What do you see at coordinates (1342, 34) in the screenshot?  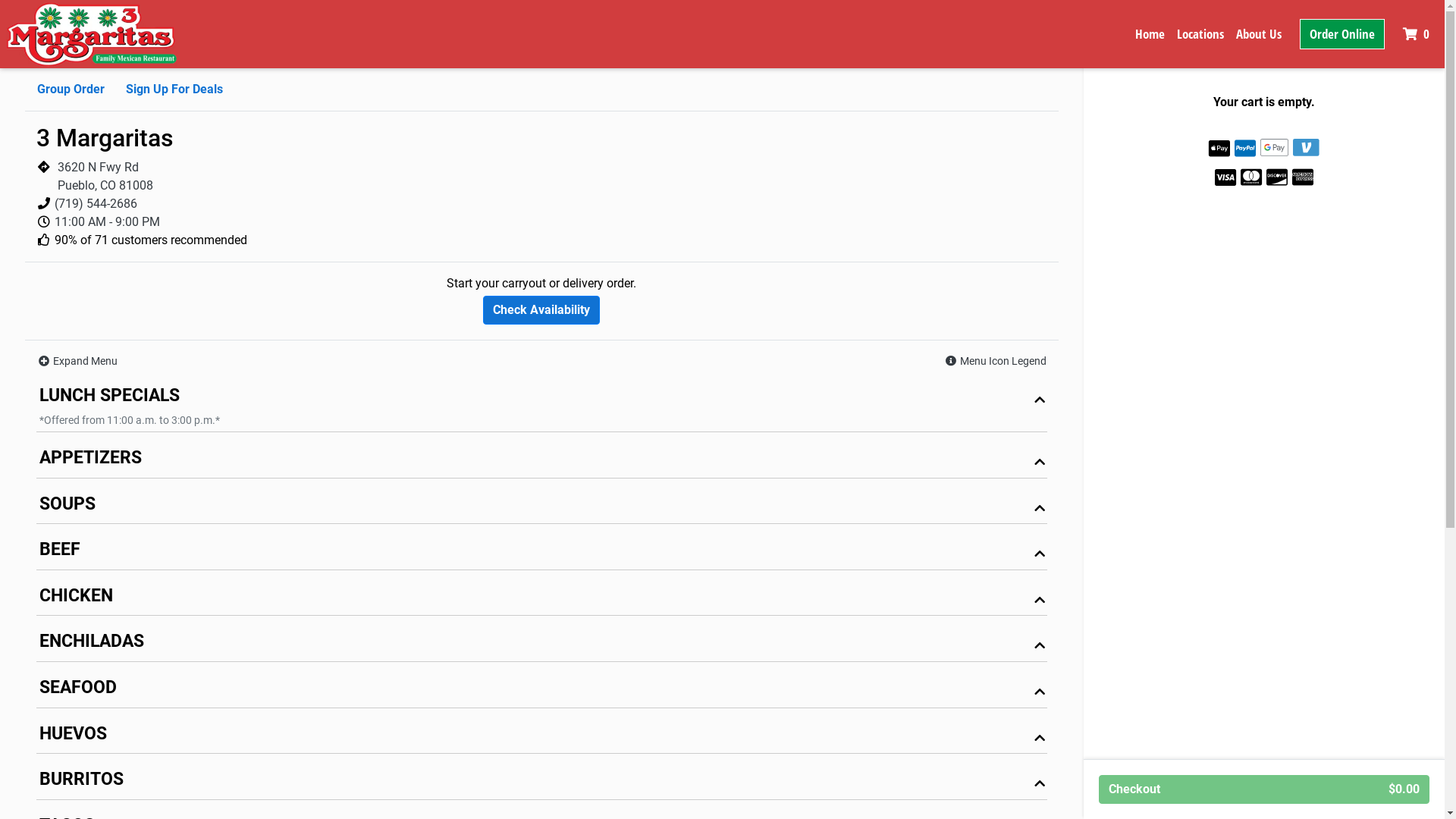 I see `'Order Online'` at bounding box center [1342, 34].